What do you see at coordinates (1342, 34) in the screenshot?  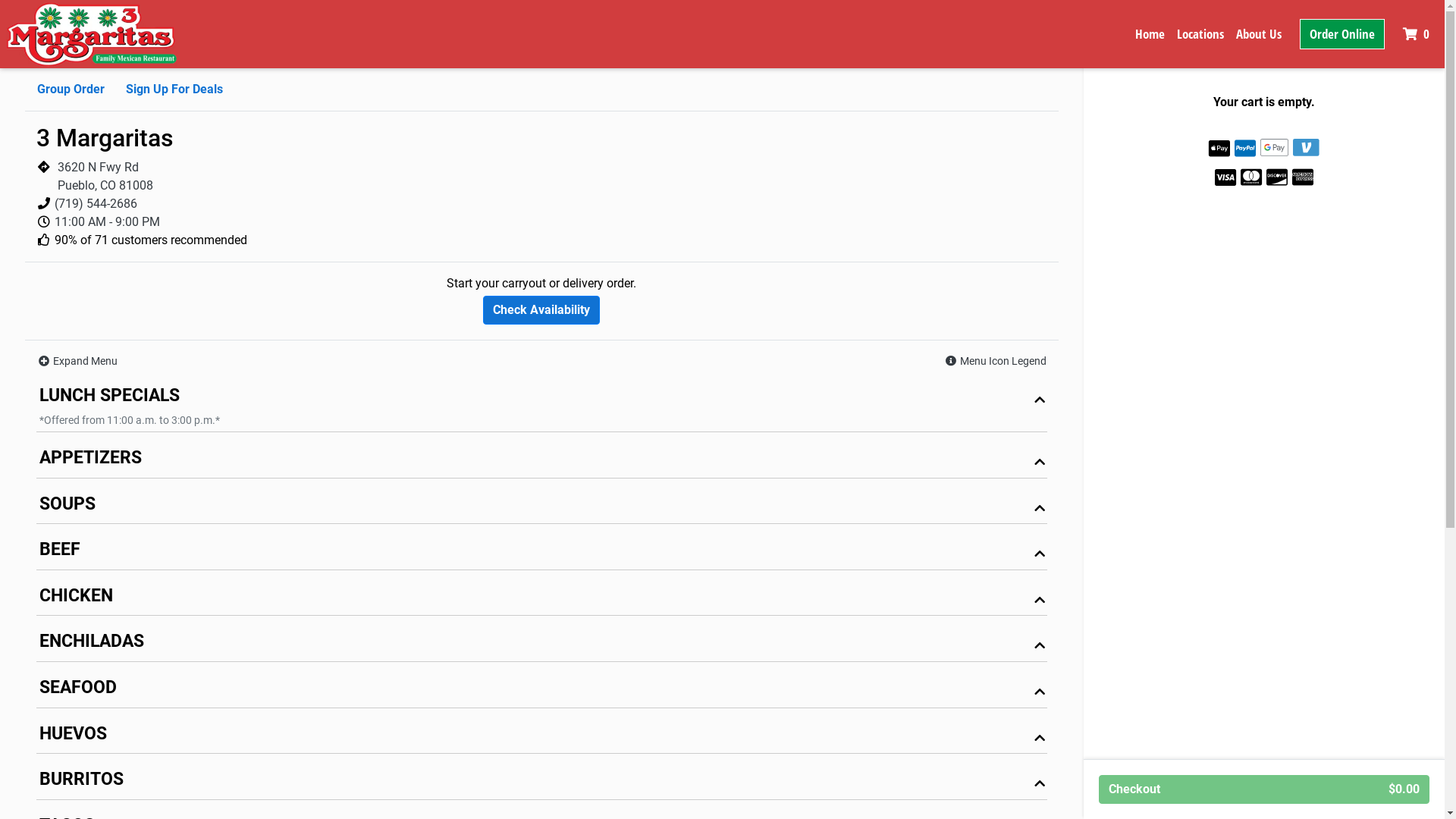 I see `'Order Online'` at bounding box center [1342, 34].